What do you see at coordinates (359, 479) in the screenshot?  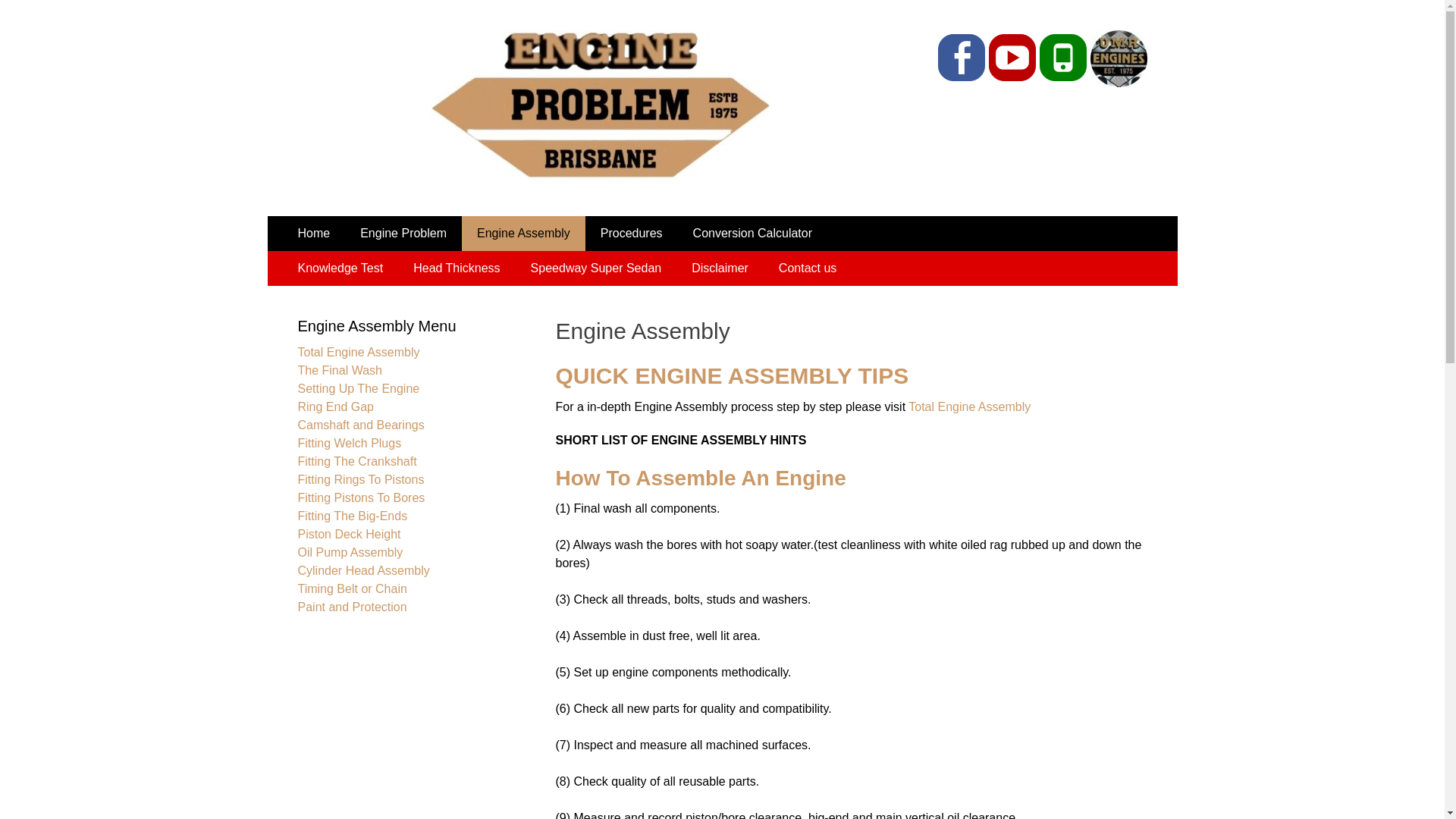 I see `'Fitting Rings To Pistons'` at bounding box center [359, 479].